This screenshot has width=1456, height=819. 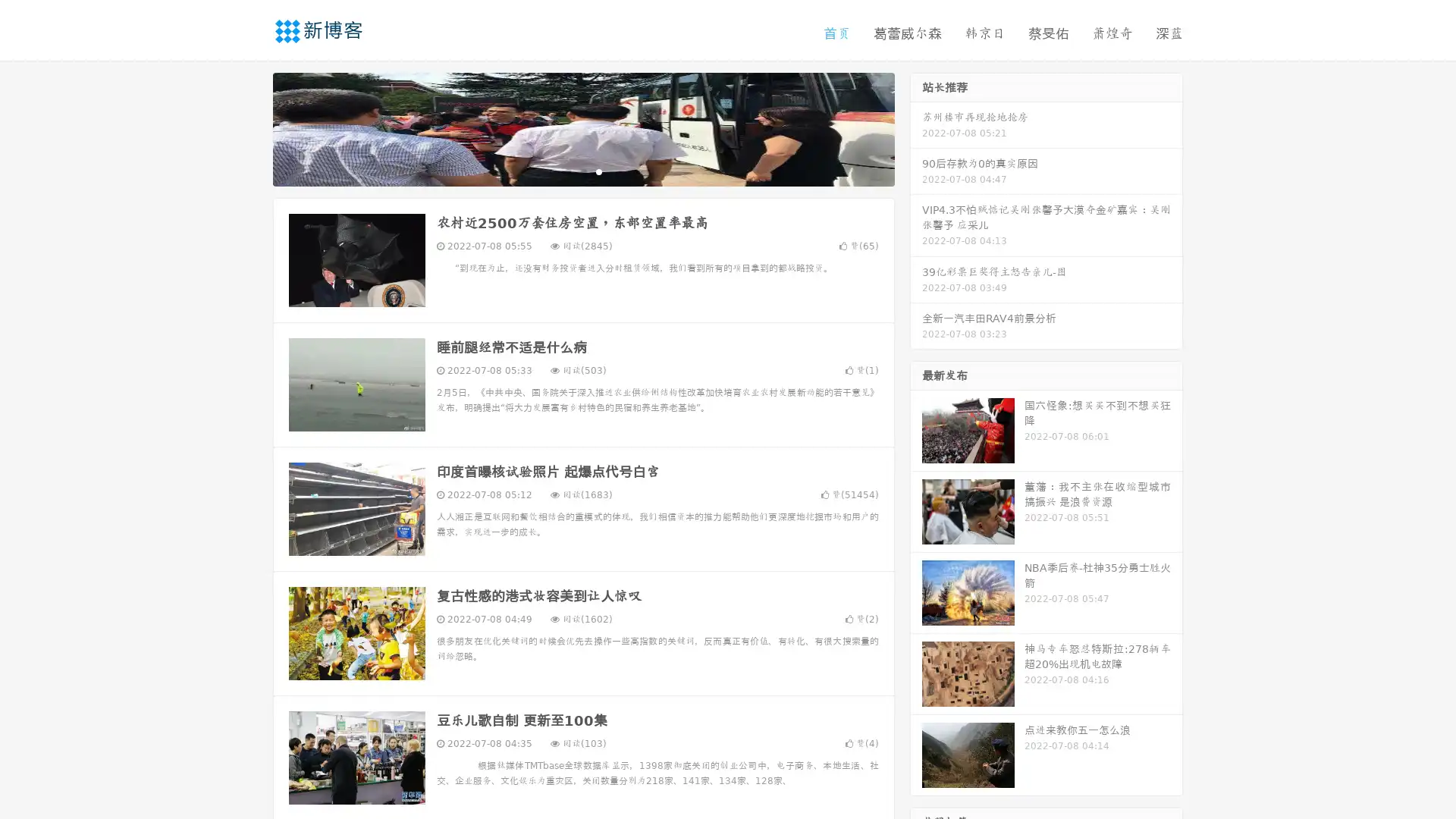 I want to click on Previous slide, so click(x=250, y=127).